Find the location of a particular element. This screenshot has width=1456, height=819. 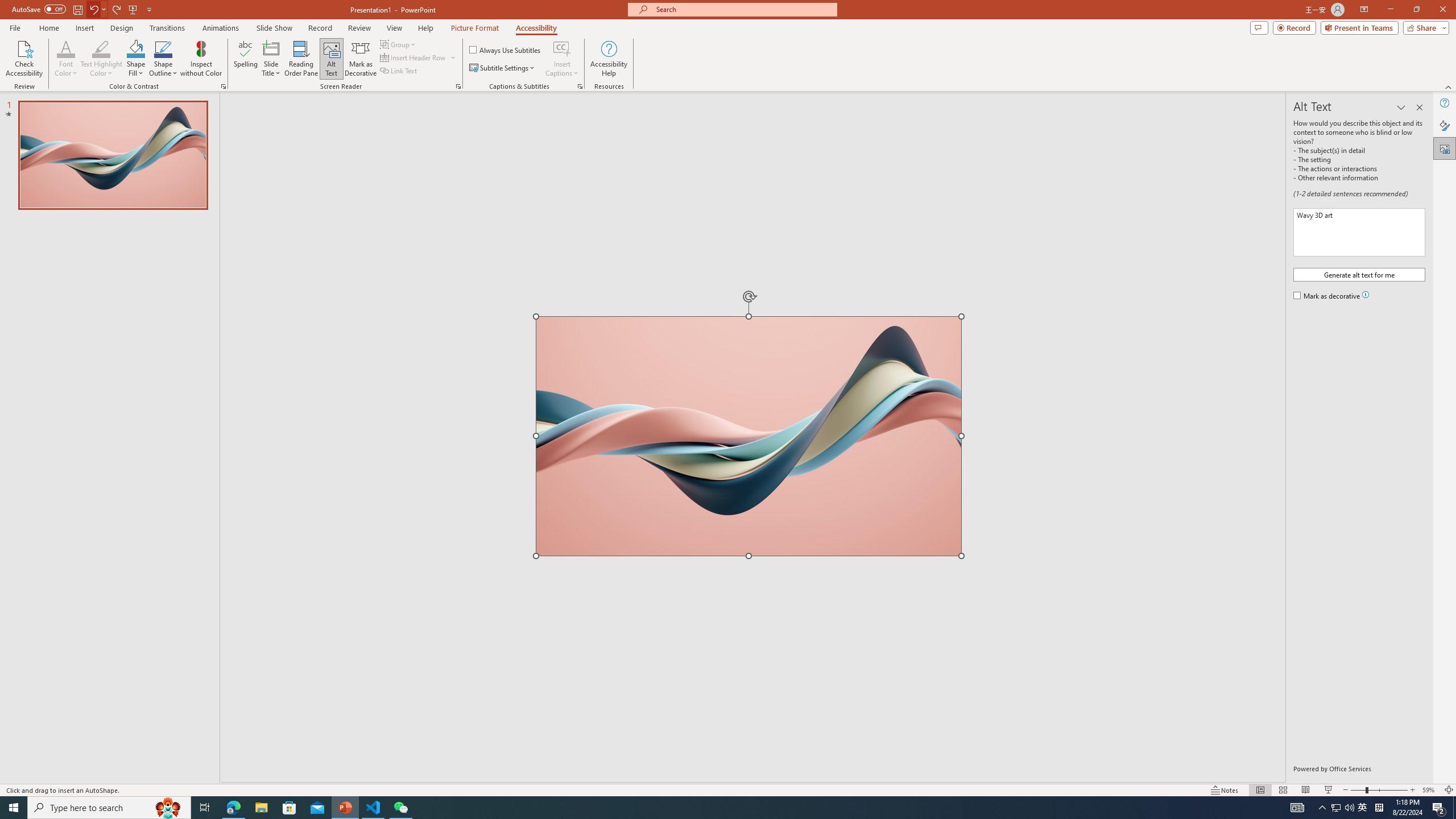

'Color & Contrast' is located at coordinates (222, 85).